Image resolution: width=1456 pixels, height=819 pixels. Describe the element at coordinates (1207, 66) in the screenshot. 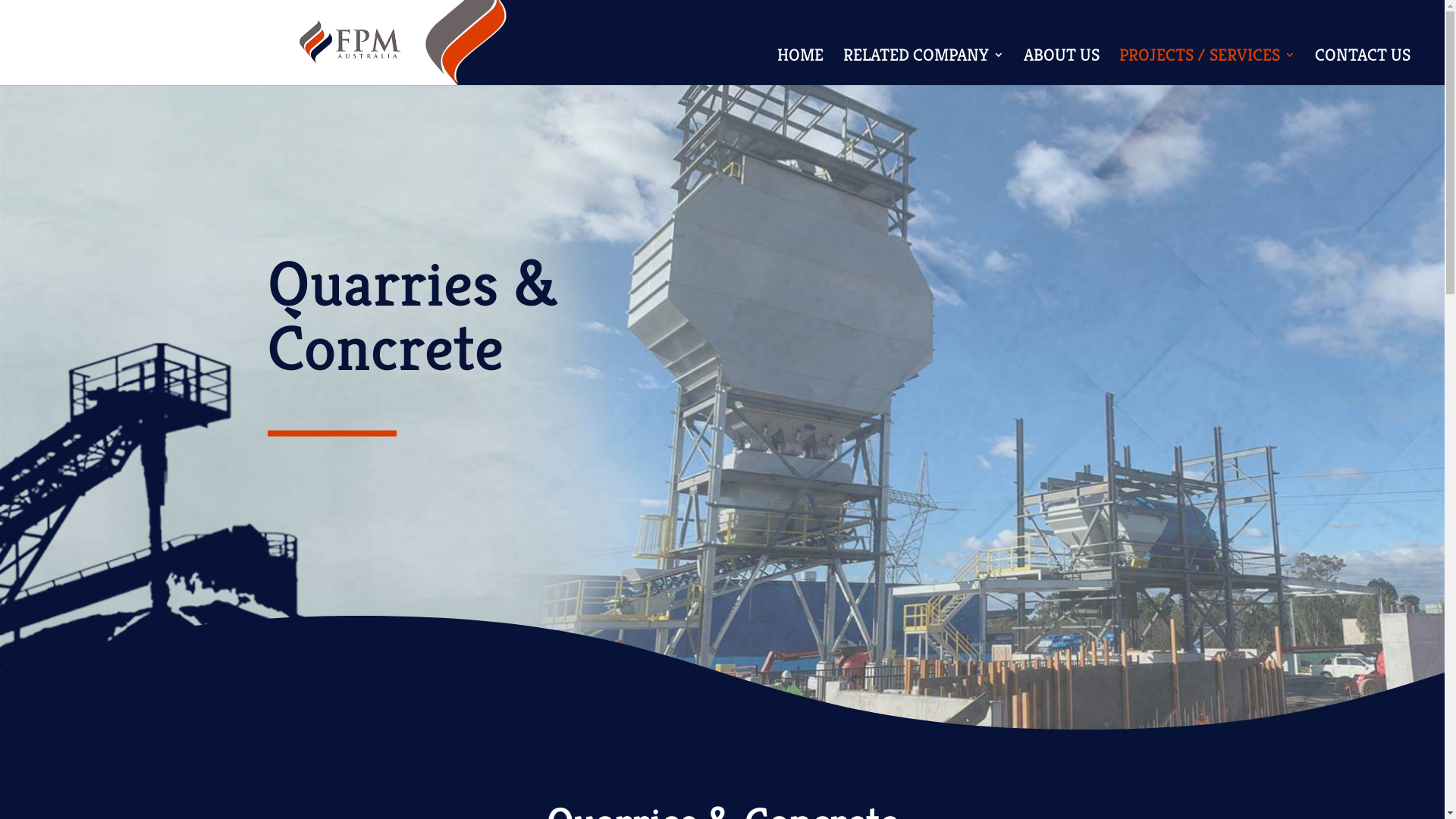

I see `'PROJECTS / SERVICES'` at that location.